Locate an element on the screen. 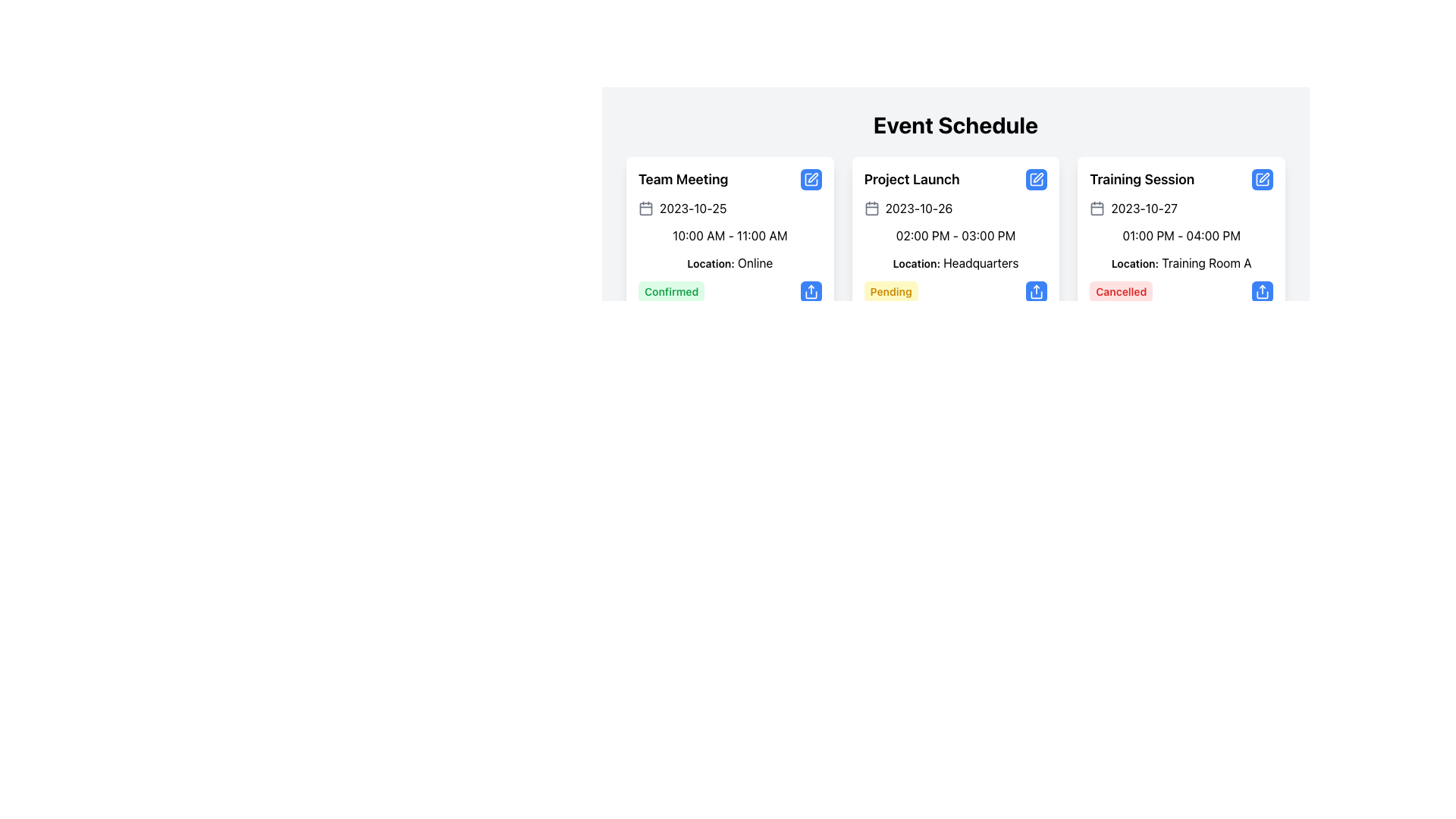 This screenshot has width=1456, height=819. the pen icon in the header row of the schedule table, located to the right of the 'Project Launch' column title is located at coordinates (812, 177).